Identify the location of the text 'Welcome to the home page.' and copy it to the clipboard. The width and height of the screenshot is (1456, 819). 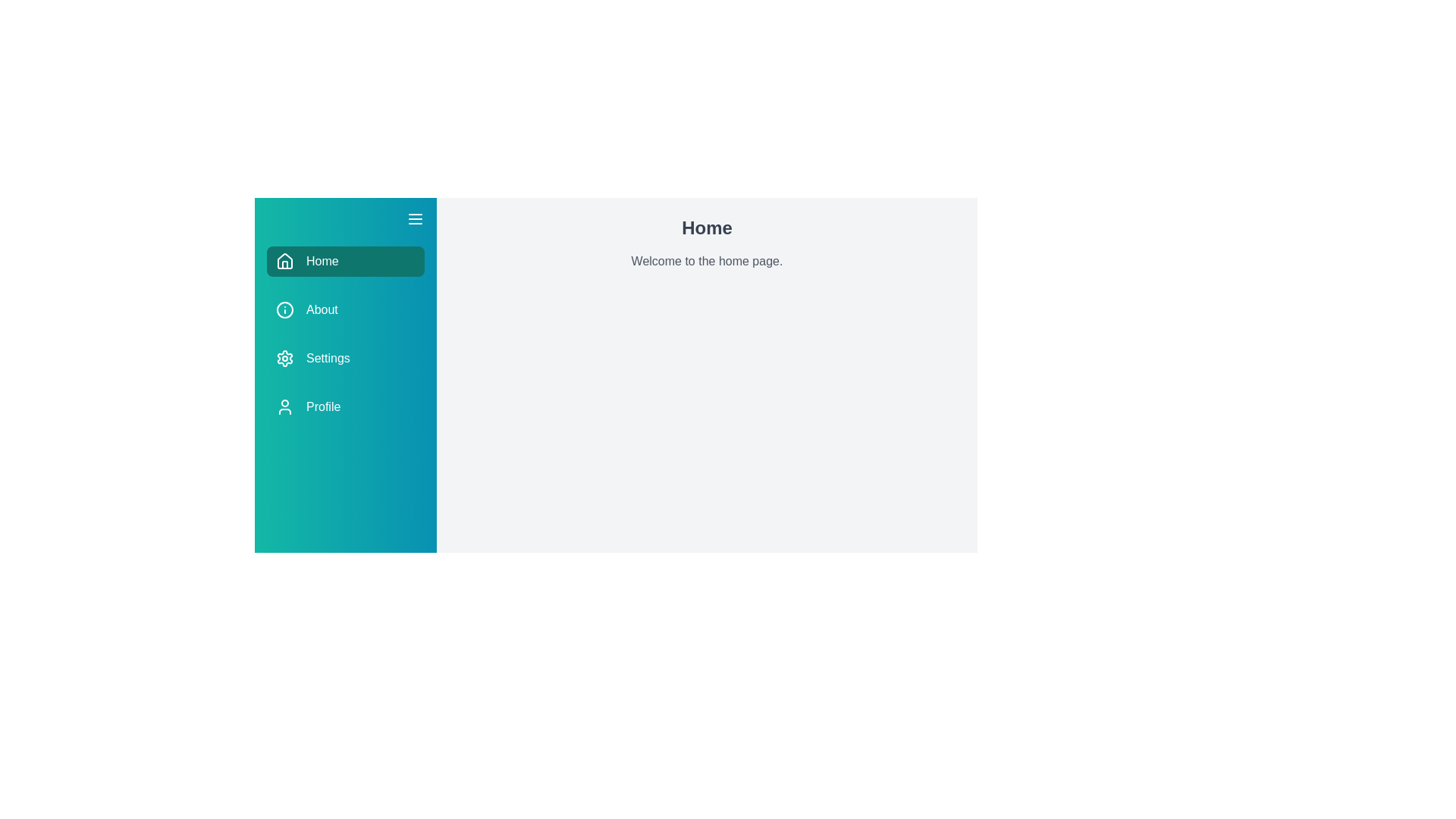
(454, 251).